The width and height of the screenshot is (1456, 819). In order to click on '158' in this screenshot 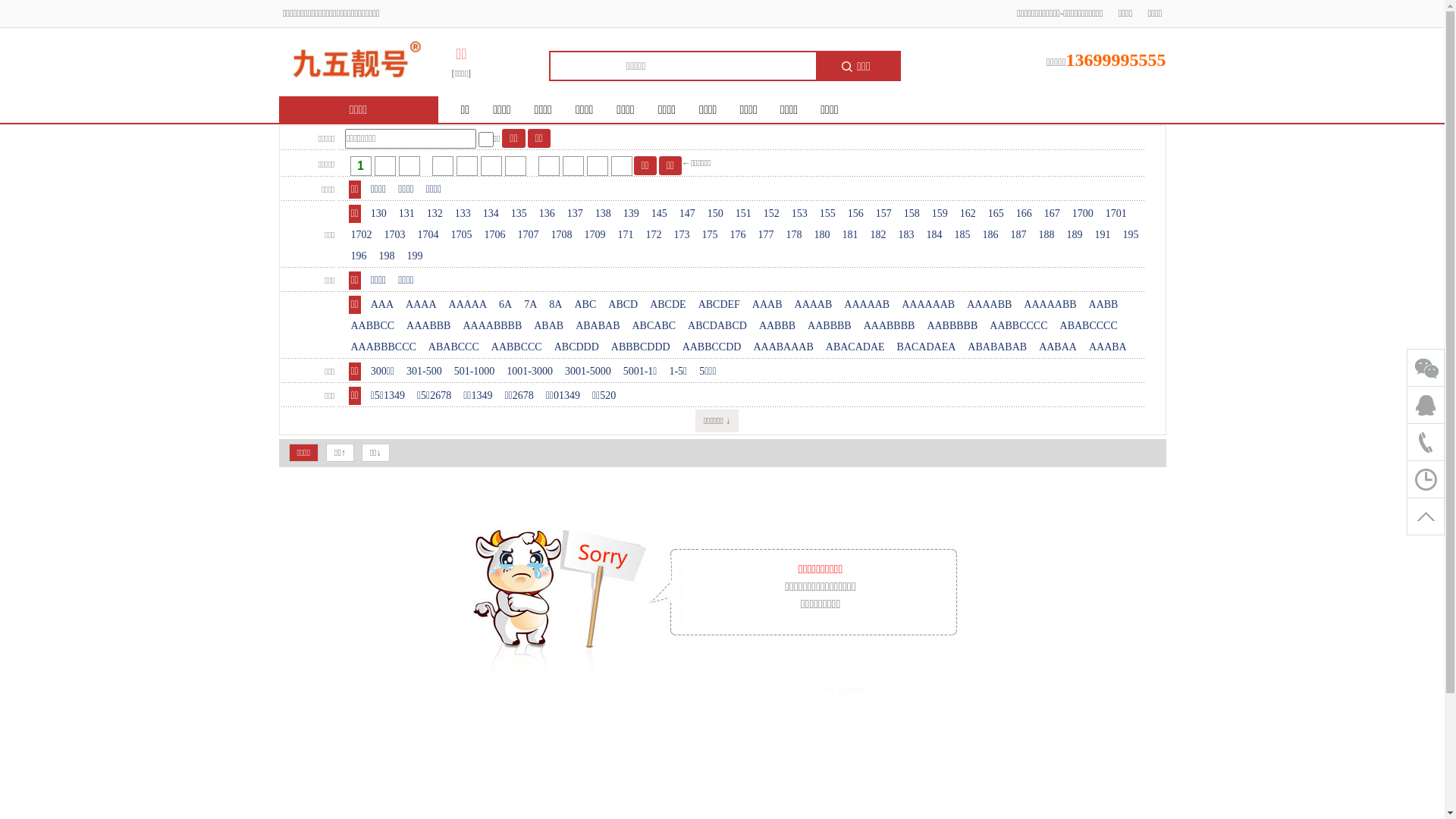, I will do `click(911, 213)`.